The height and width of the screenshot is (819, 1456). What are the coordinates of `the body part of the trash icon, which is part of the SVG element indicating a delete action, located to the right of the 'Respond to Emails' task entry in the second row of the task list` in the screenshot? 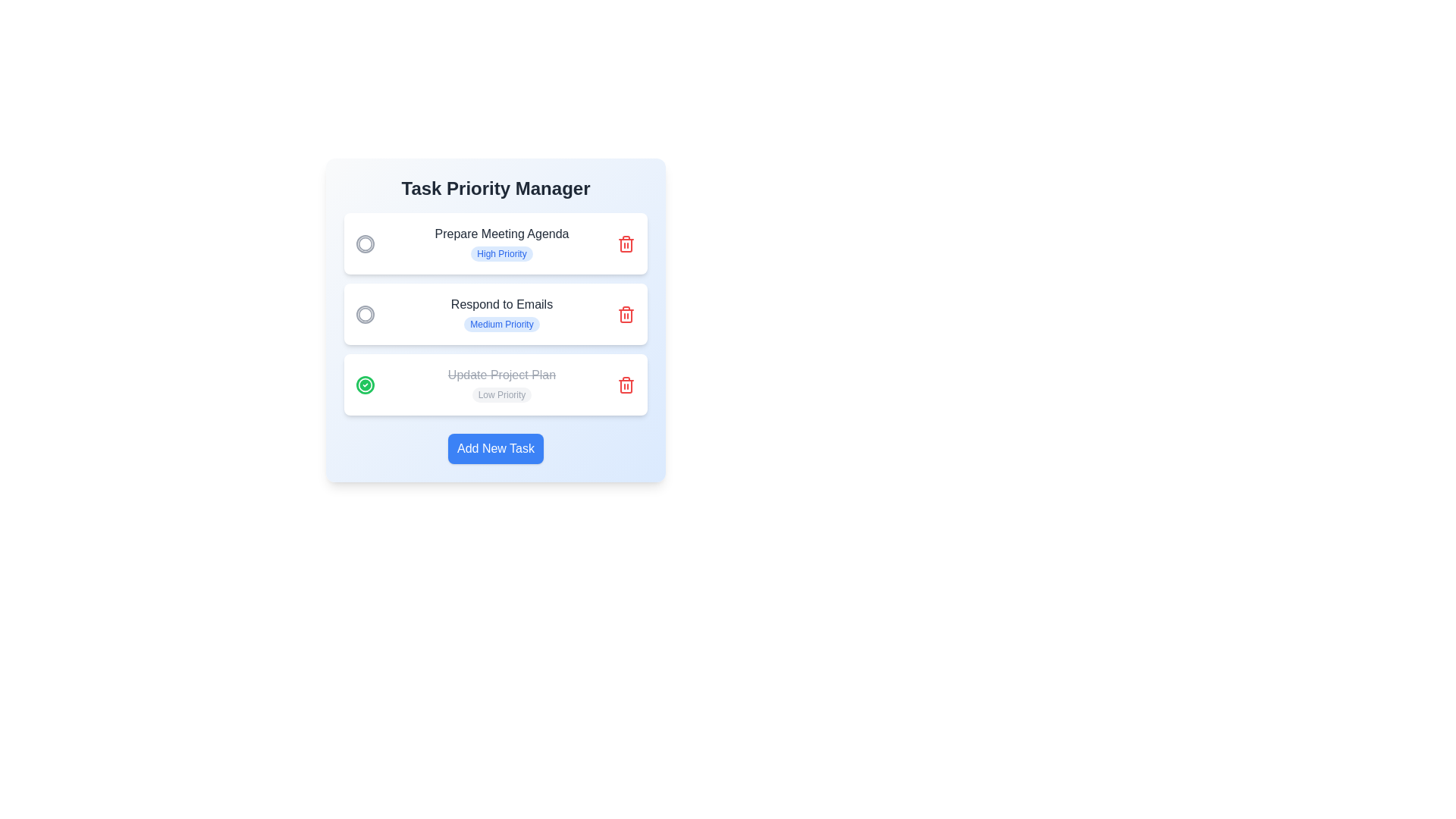 It's located at (626, 315).